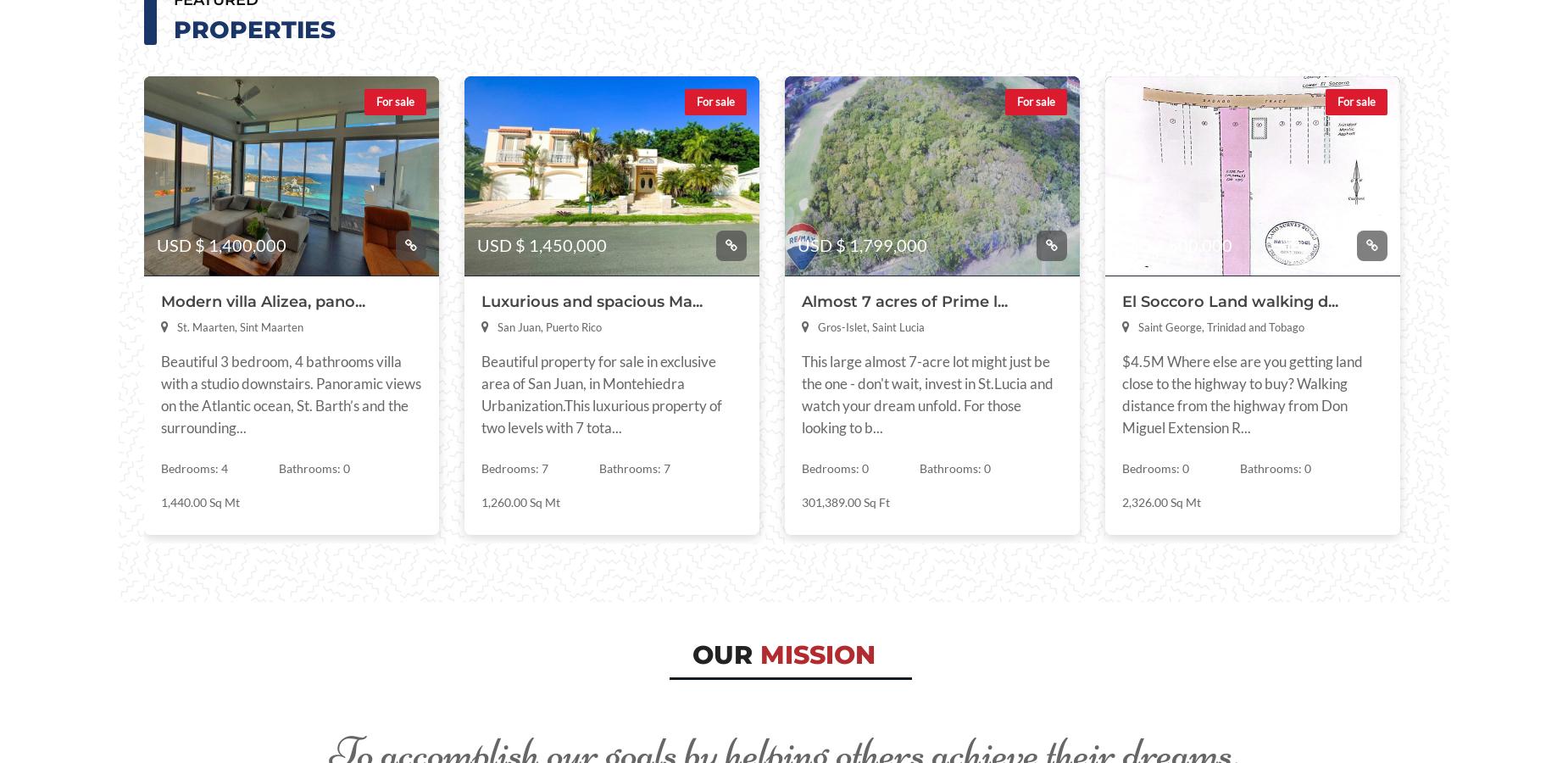 The image size is (1568, 763). Describe the element at coordinates (1230, 302) in the screenshot. I see `'El Soccoro Land walking d...'` at that location.